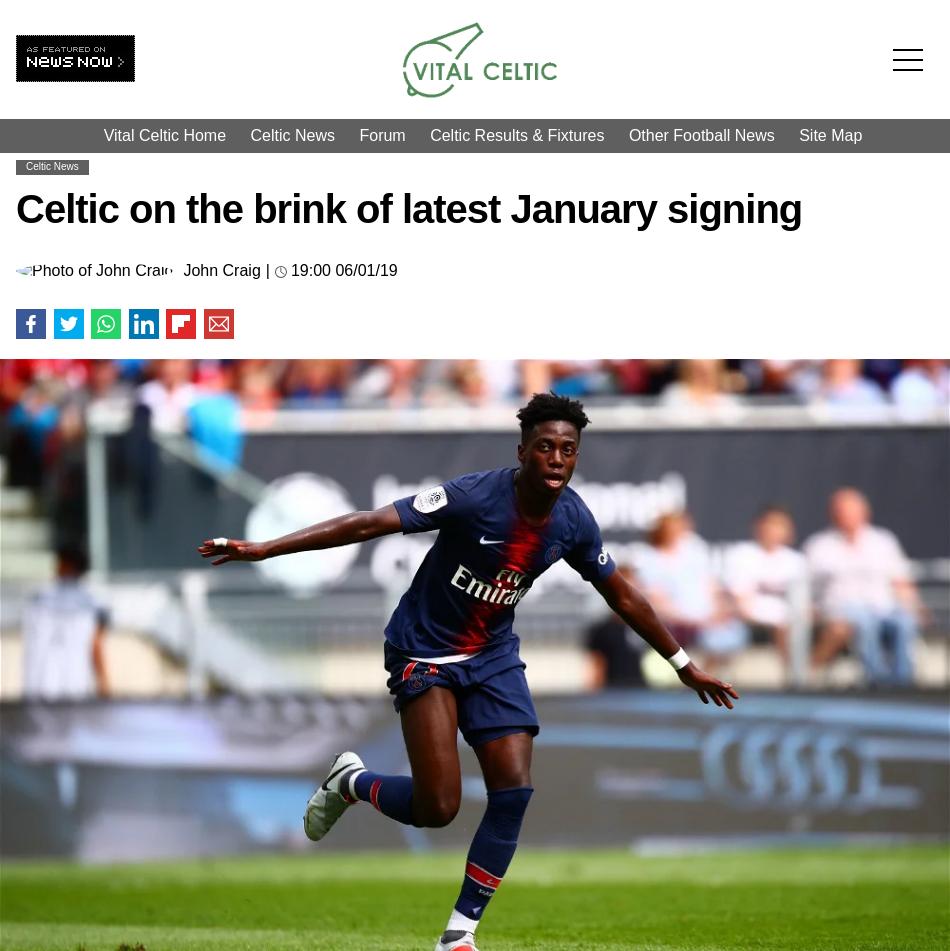 The height and width of the screenshot is (951, 950). Describe the element at coordinates (164, 135) in the screenshot. I see `'Vital Celtic Home'` at that location.